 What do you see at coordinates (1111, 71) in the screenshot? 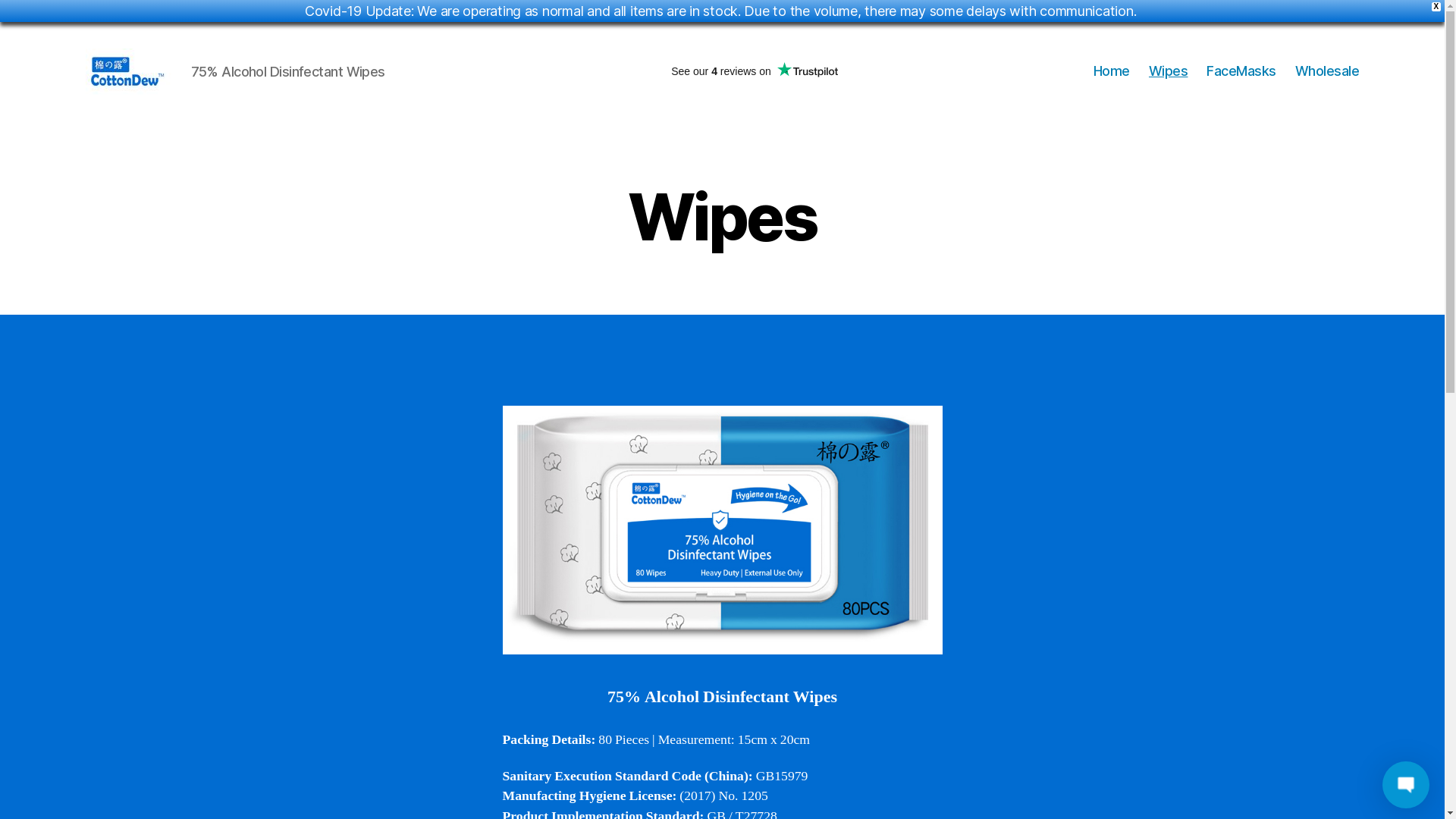
I see `'Home'` at bounding box center [1111, 71].